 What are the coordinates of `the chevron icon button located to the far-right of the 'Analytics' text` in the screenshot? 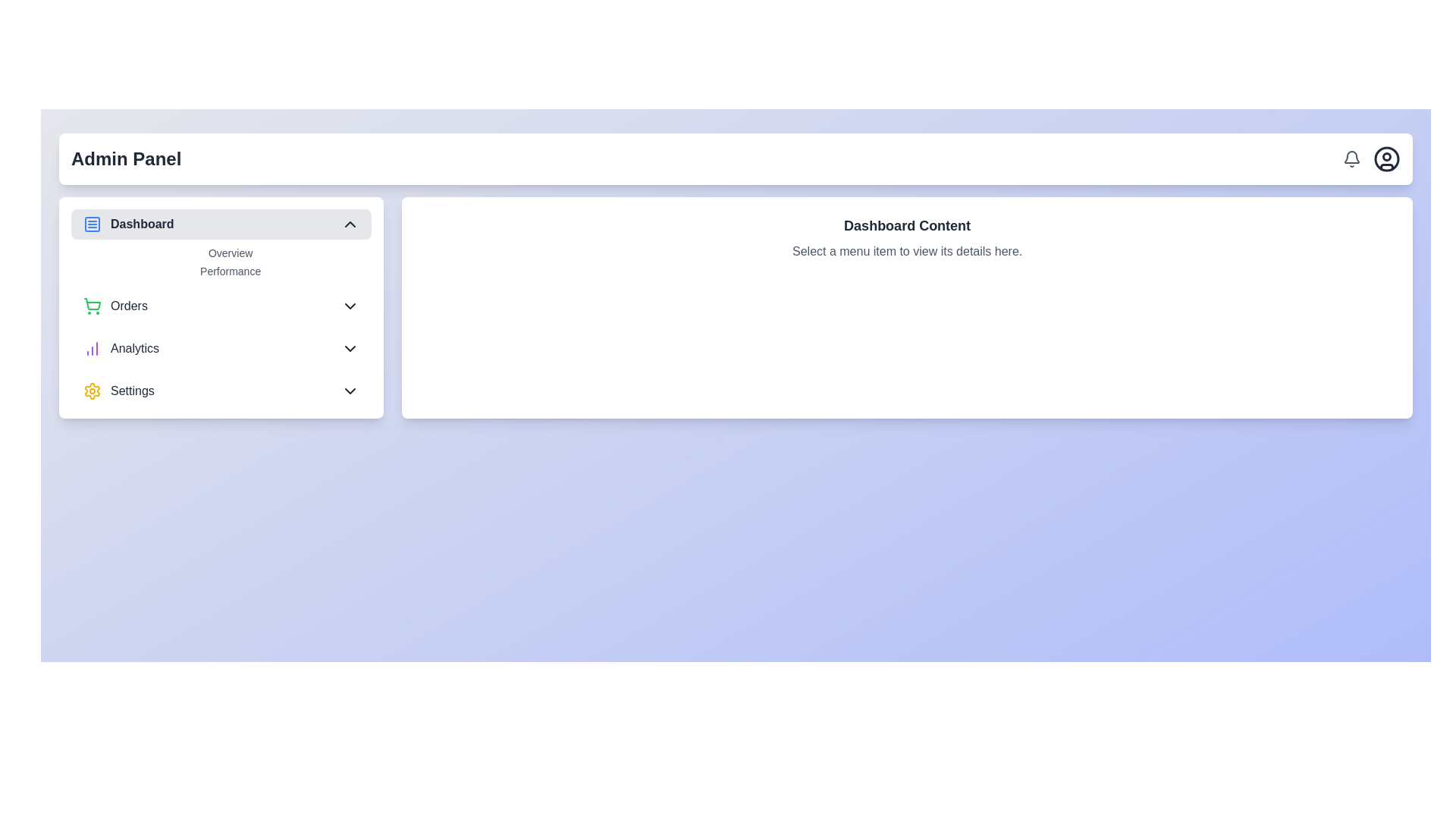 It's located at (350, 348).